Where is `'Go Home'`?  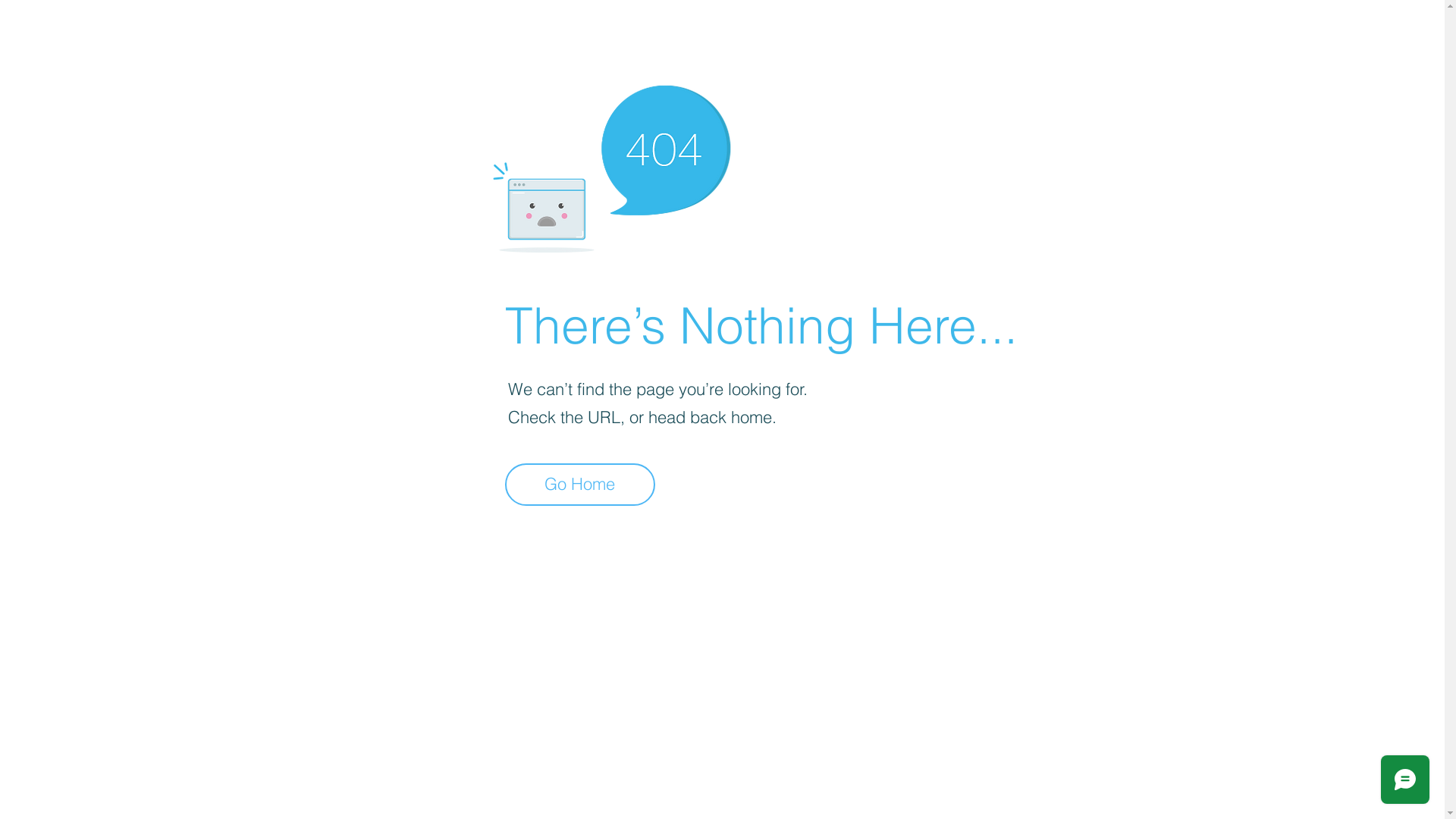
'Go Home' is located at coordinates (505, 485).